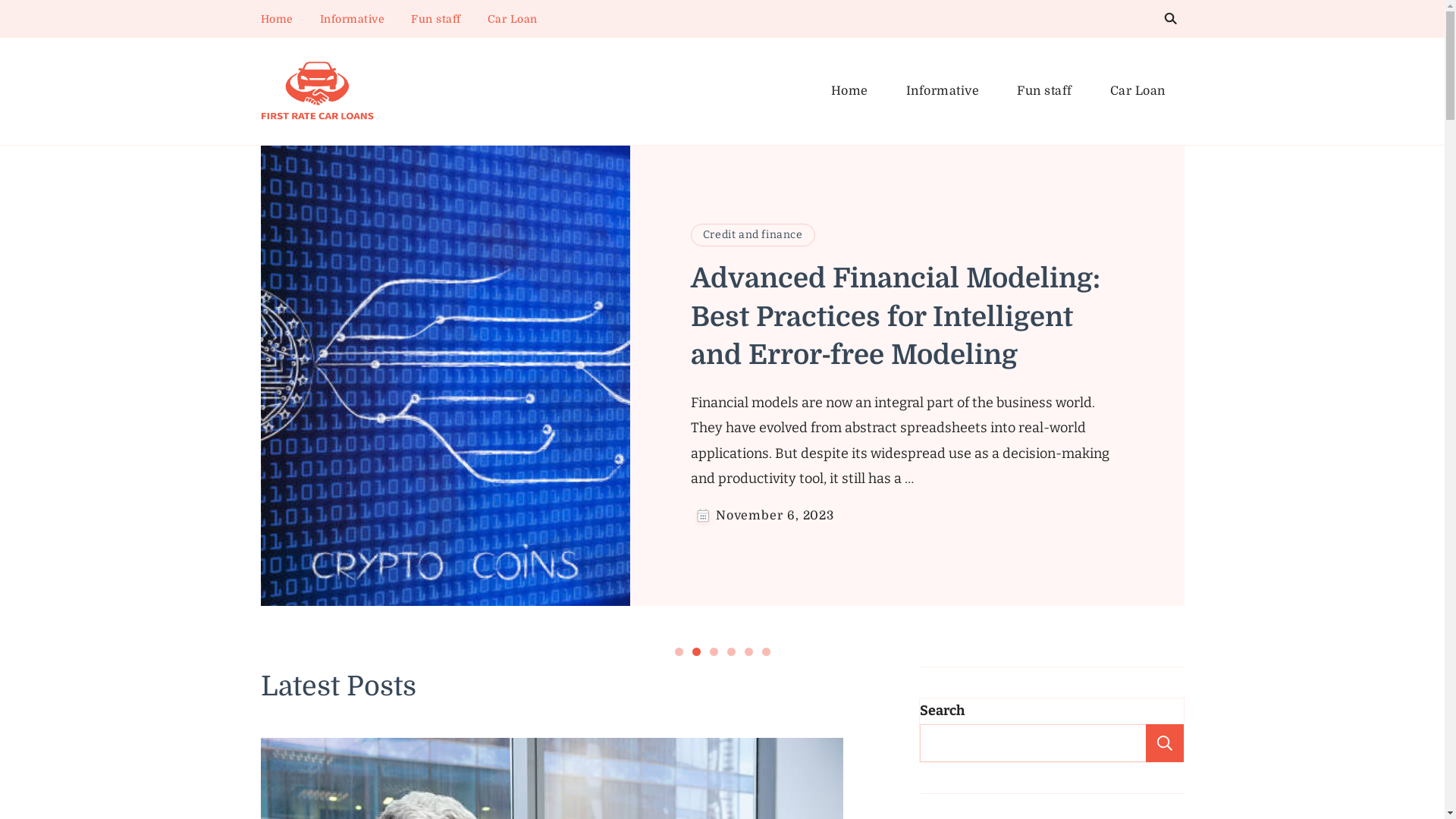  I want to click on 'First Rate Car Loans', so click(261, 136).